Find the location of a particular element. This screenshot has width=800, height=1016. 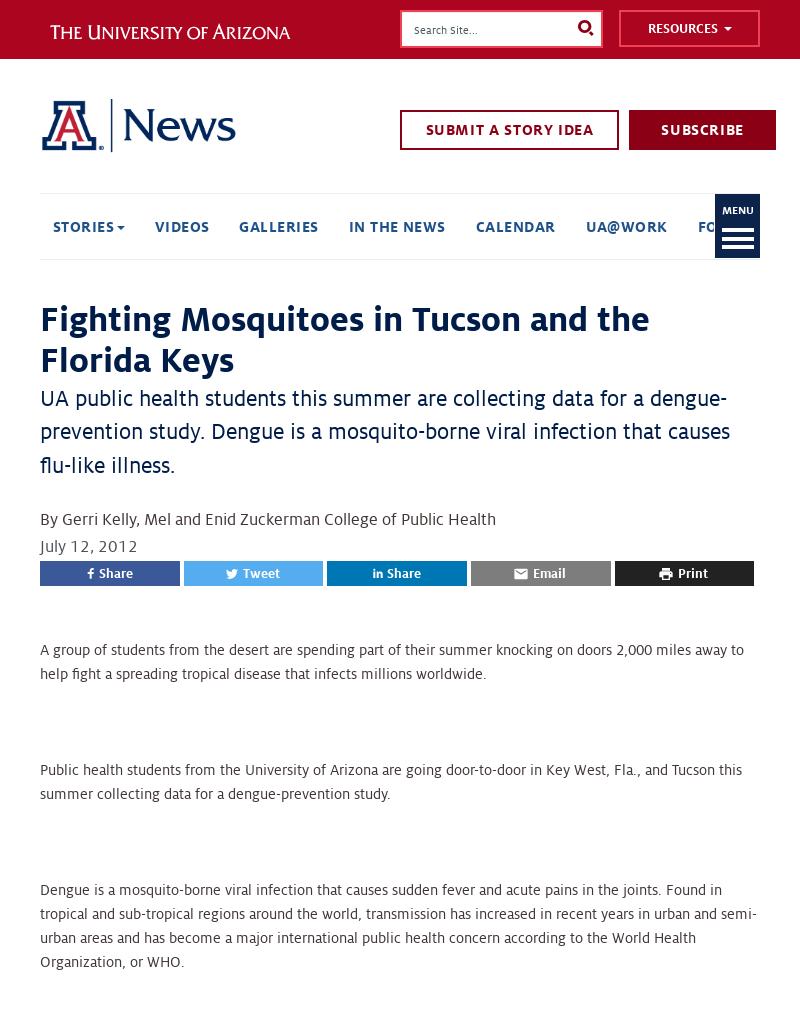

'Fighting Mosquitoes in Tucson and the Florida Keys' is located at coordinates (39, 340).